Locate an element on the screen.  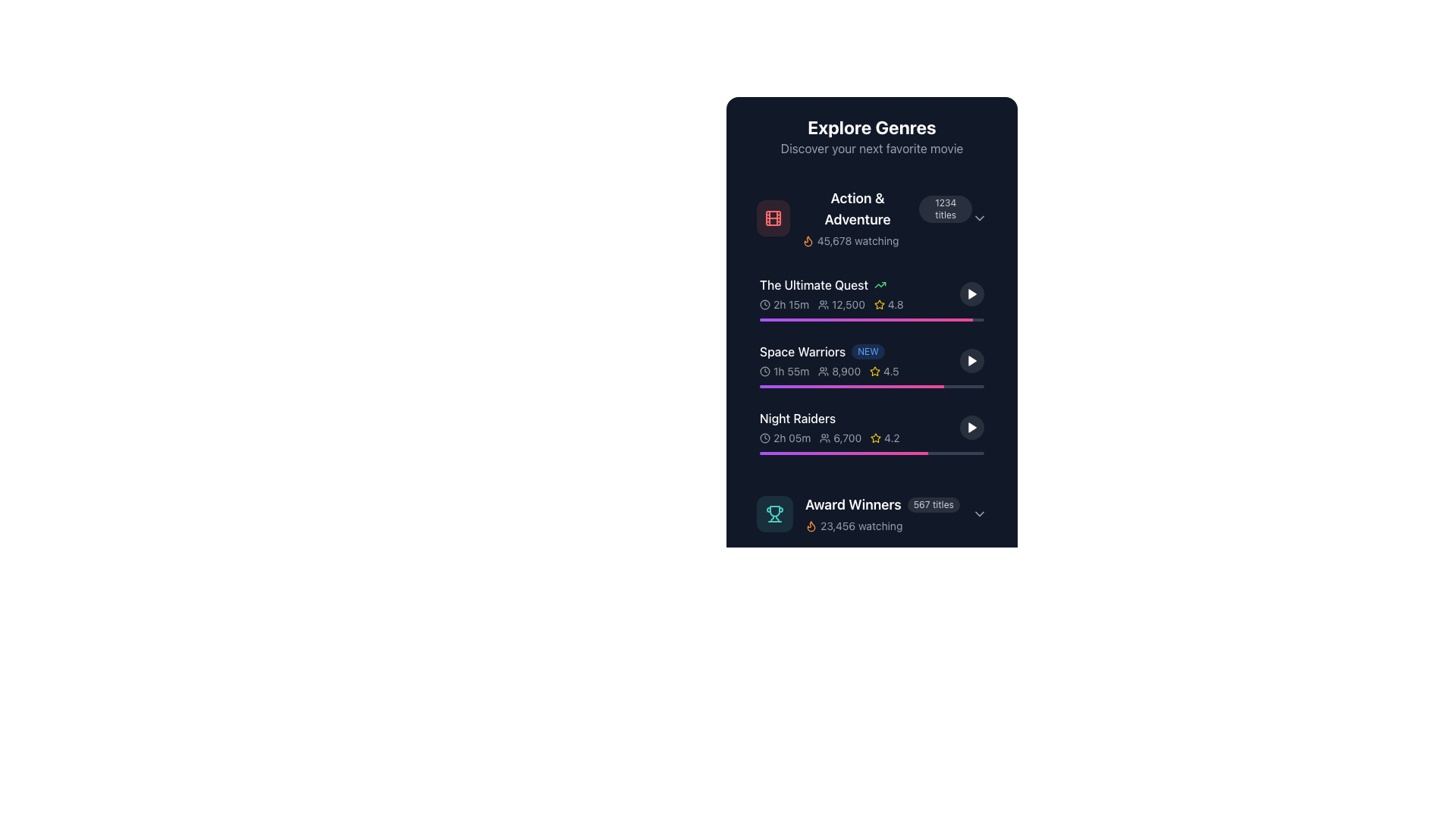
the text element that displays the number of viewers currently engaged with the 'Action & Adventure' content, positioned below the title and aligned to the left is located at coordinates (850, 240).